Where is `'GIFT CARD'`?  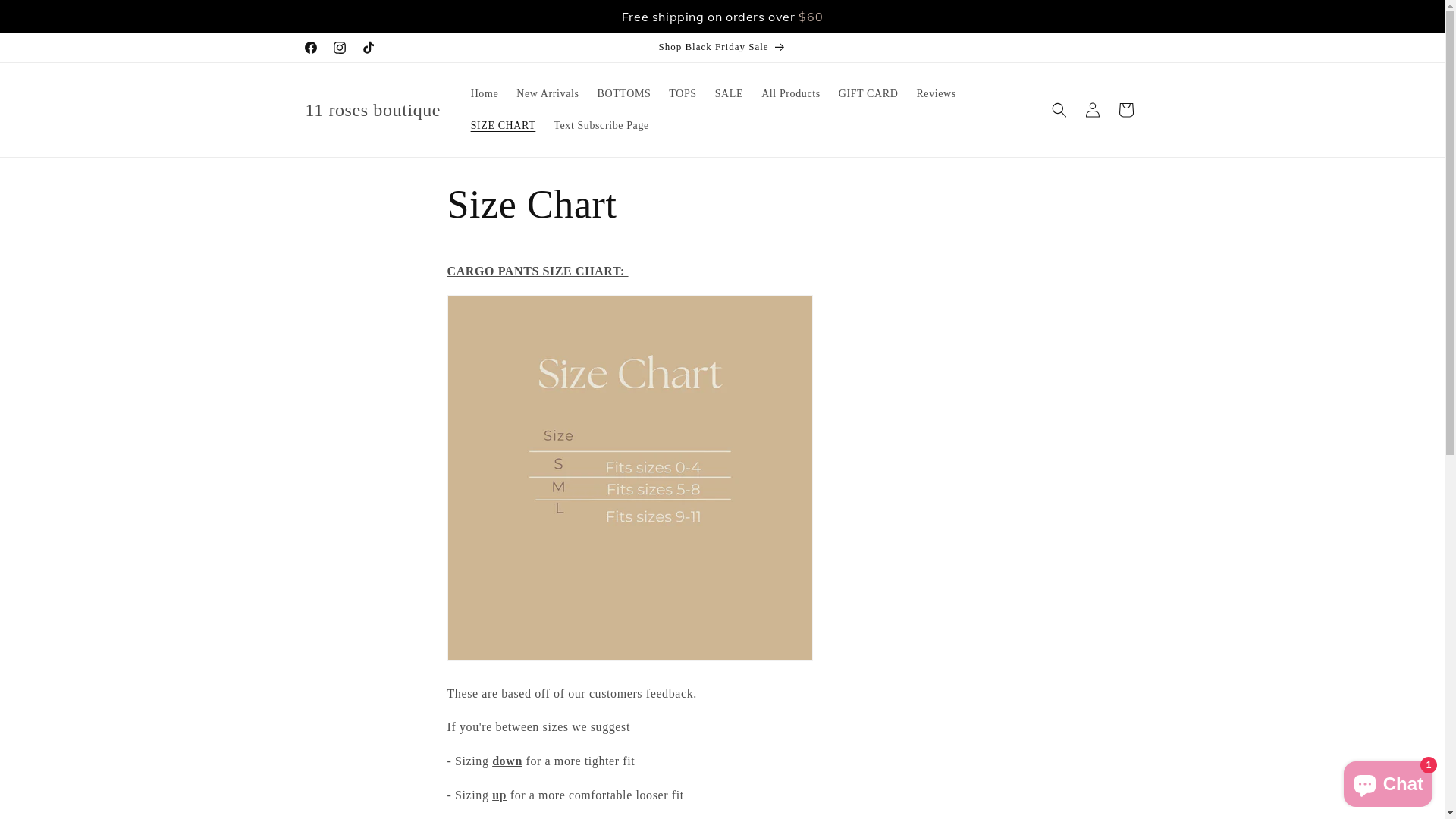
'GIFT CARD' is located at coordinates (868, 93).